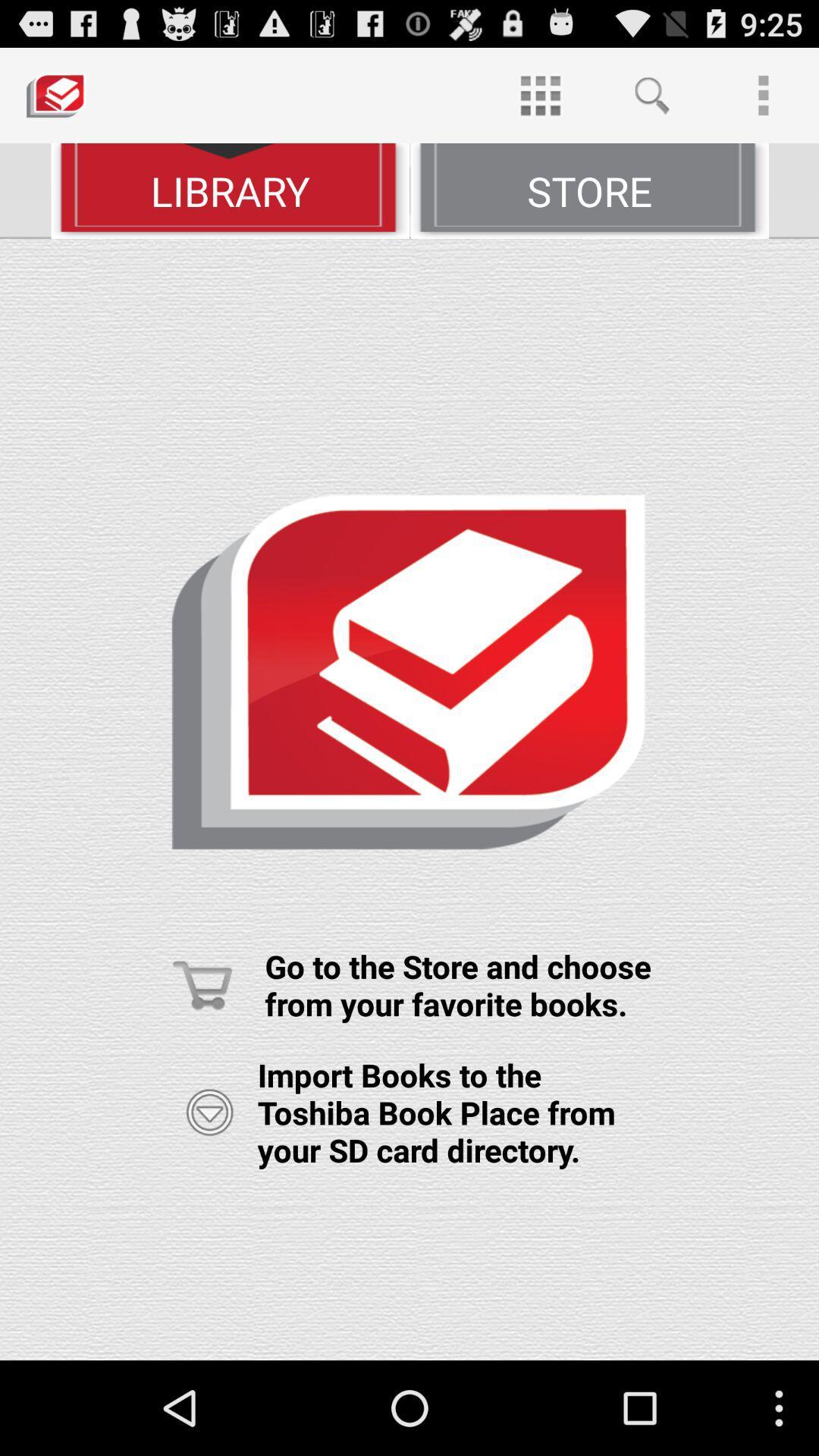  What do you see at coordinates (209, 1112) in the screenshot?
I see `import your books from sd card` at bounding box center [209, 1112].